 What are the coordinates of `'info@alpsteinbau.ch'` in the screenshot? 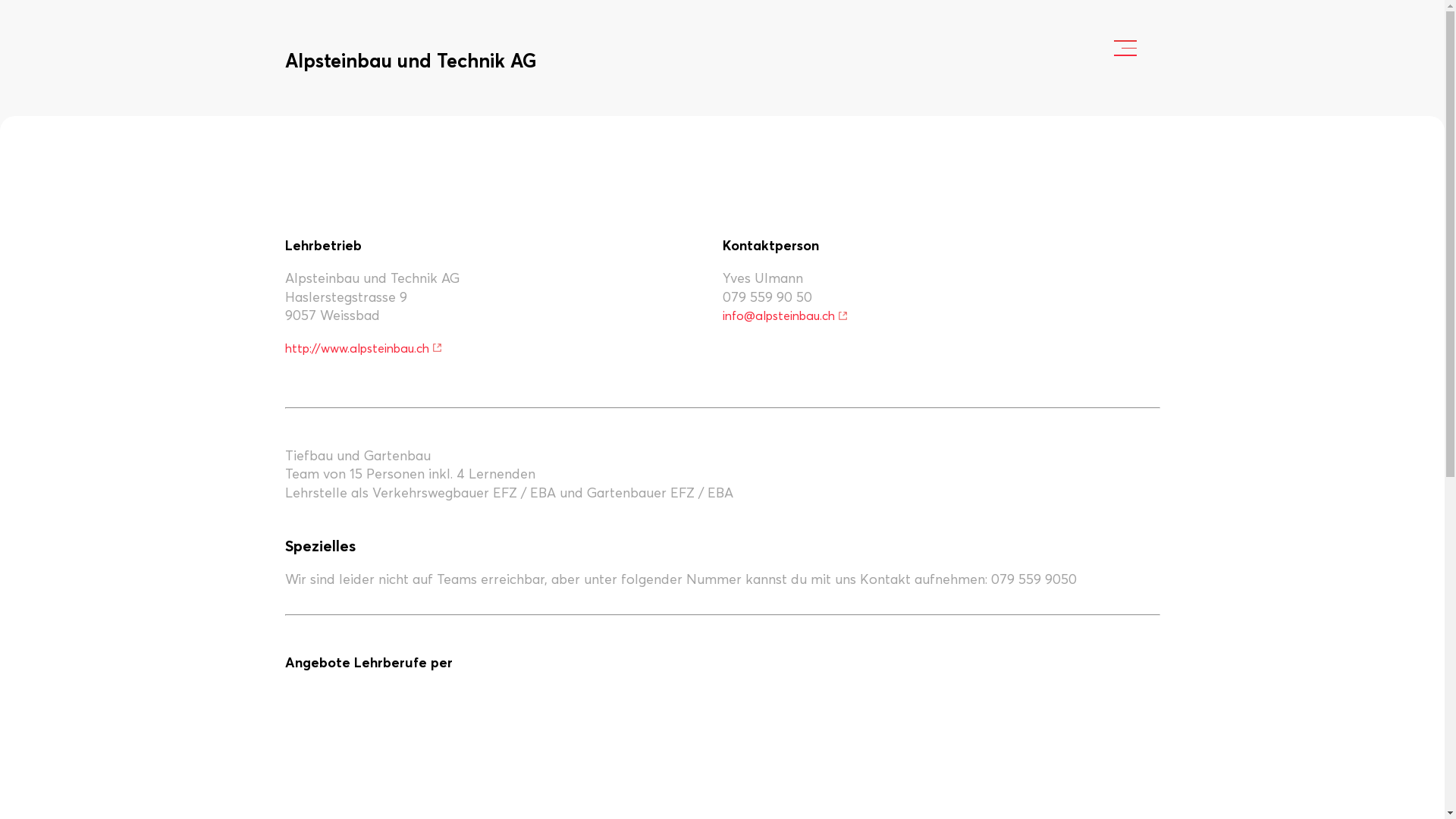 It's located at (785, 315).